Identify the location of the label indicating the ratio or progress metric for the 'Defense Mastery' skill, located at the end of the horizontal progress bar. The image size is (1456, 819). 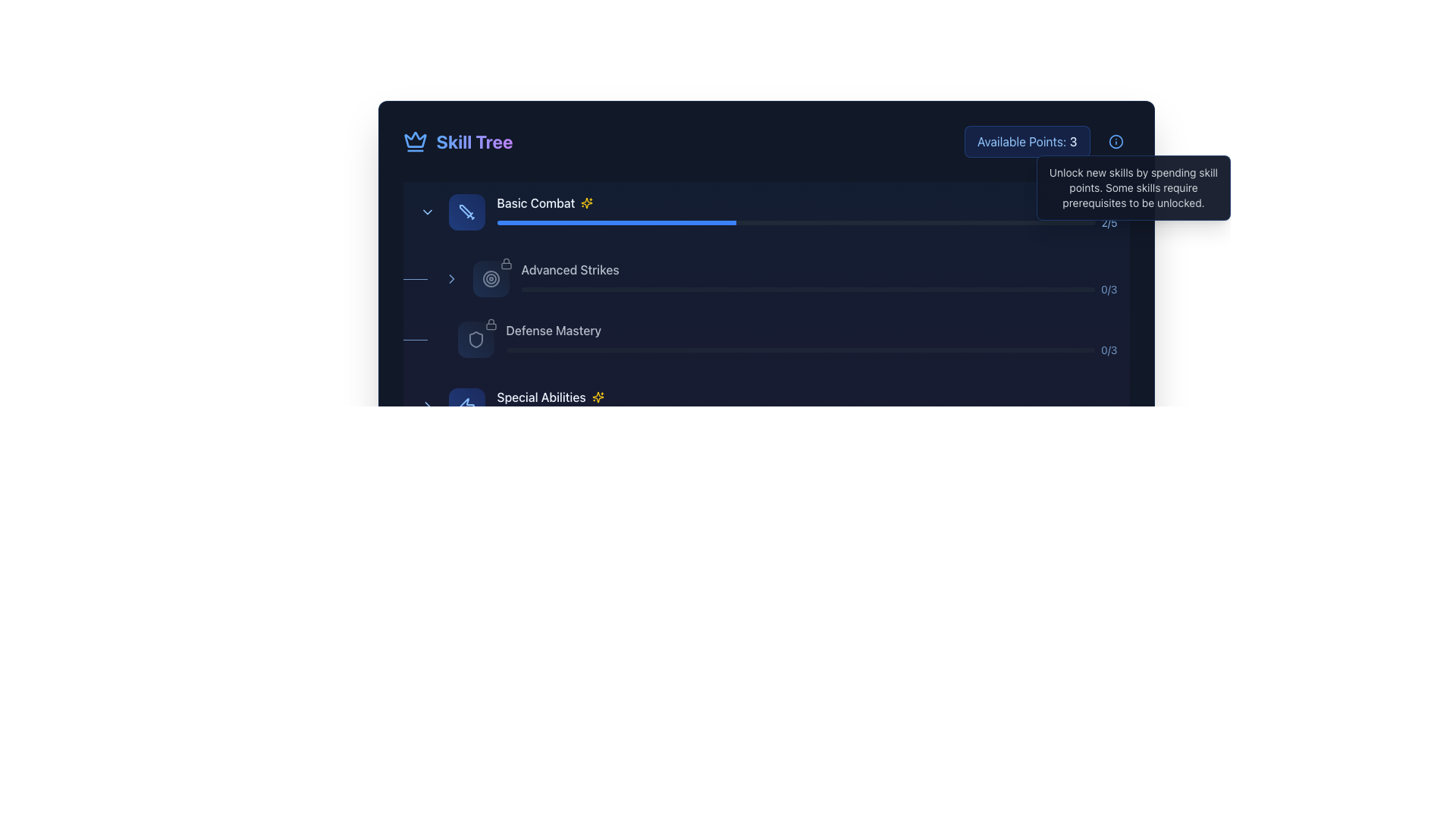
(1109, 289).